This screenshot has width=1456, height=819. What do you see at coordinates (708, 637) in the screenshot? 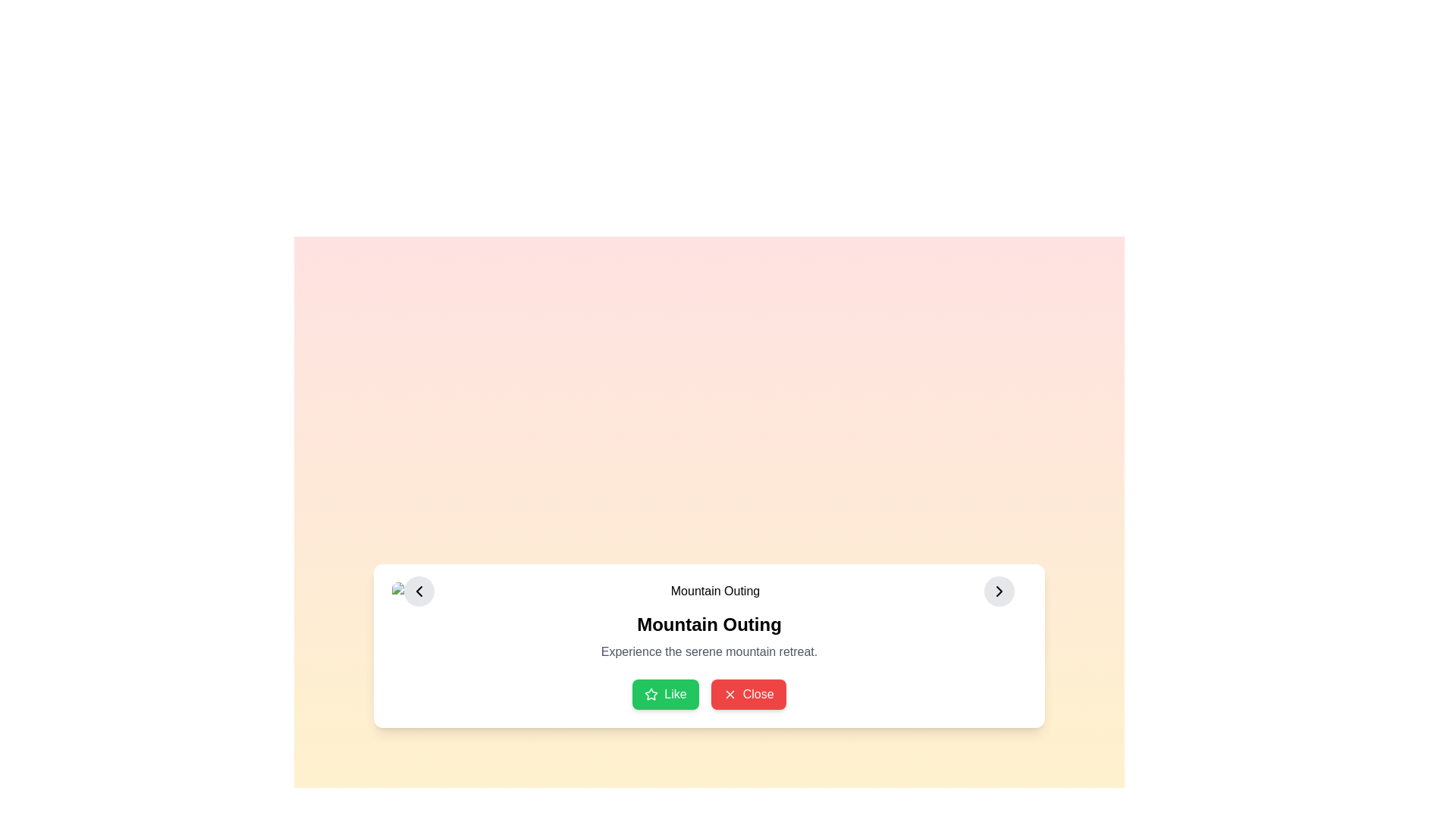
I see `text displayed in the text block titled 'Mountain Outing' which contains the supporting text 'Experience the serene mountain retreat.'` at bounding box center [708, 637].